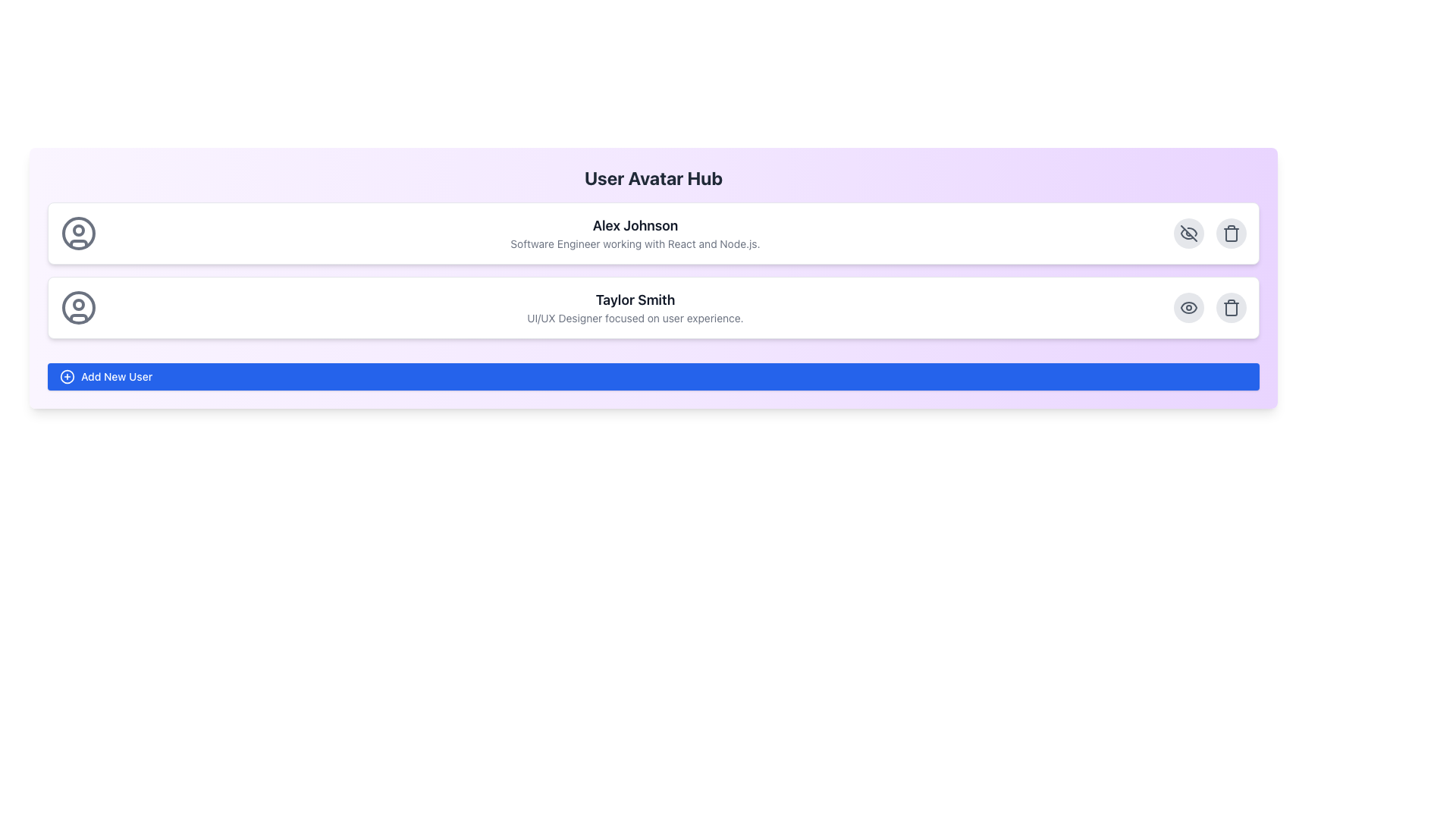 The height and width of the screenshot is (819, 1456). I want to click on the Text Label displaying 'Alex Johnson' in bold, black, sans-serif font, located above the text 'Software Engineer working with React and Node.js.', so click(635, 225).